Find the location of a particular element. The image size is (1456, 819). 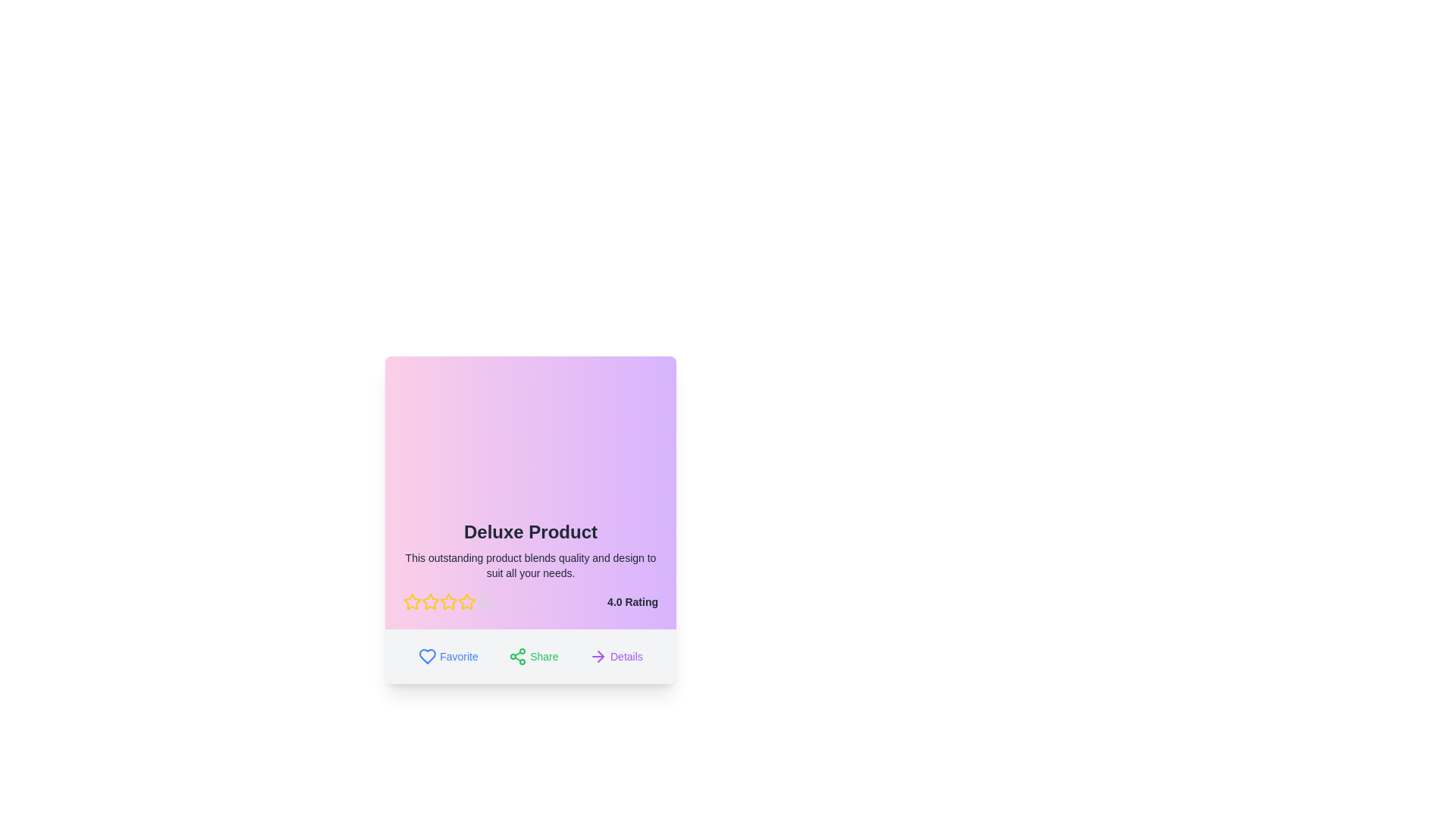

the second star icon in the five-star rating system is located at coordinates (429, 601).